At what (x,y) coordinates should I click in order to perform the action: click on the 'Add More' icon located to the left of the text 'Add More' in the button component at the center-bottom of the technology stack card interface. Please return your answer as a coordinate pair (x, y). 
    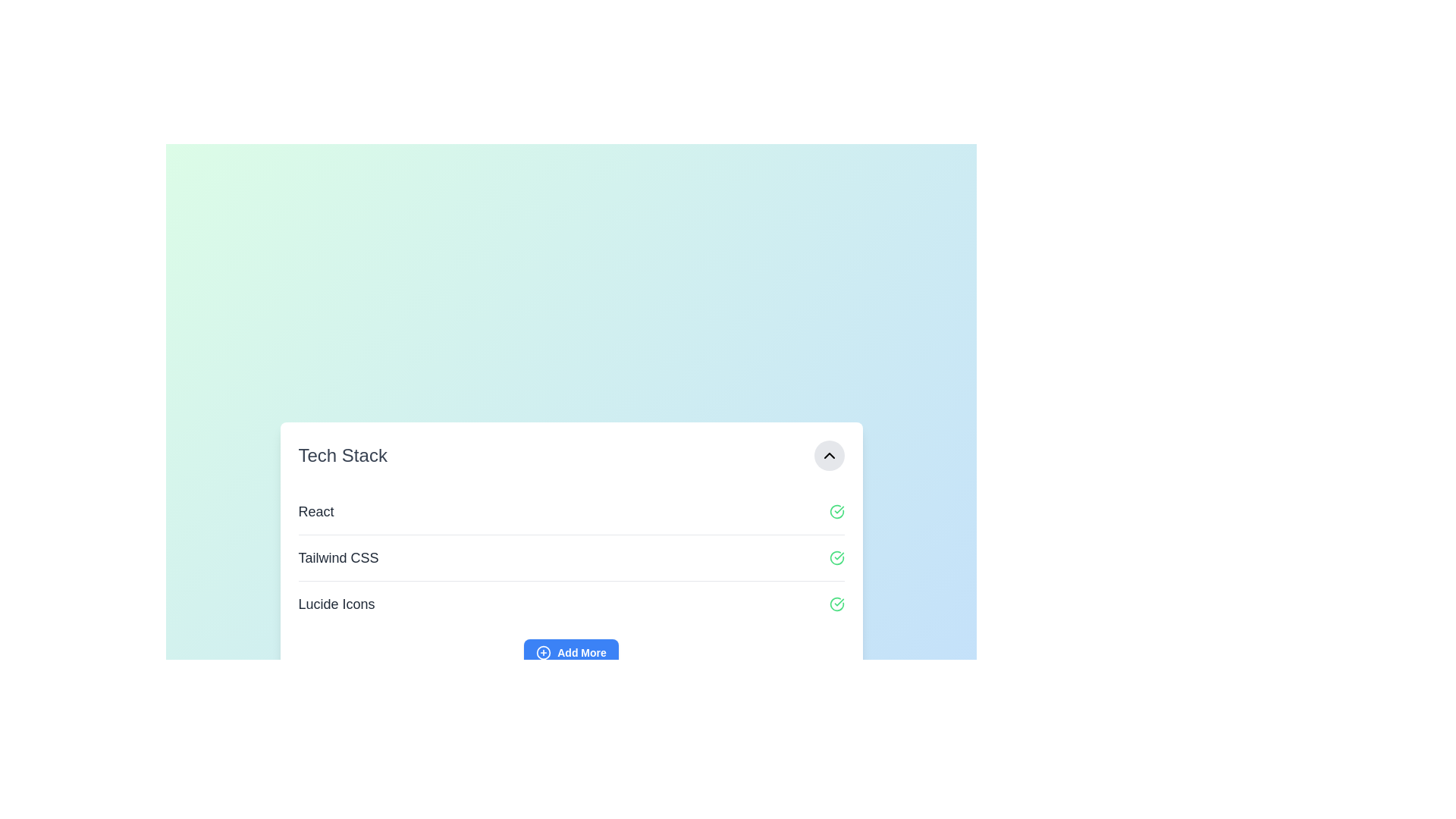
    Looking at the image, I should click on (544, 651).